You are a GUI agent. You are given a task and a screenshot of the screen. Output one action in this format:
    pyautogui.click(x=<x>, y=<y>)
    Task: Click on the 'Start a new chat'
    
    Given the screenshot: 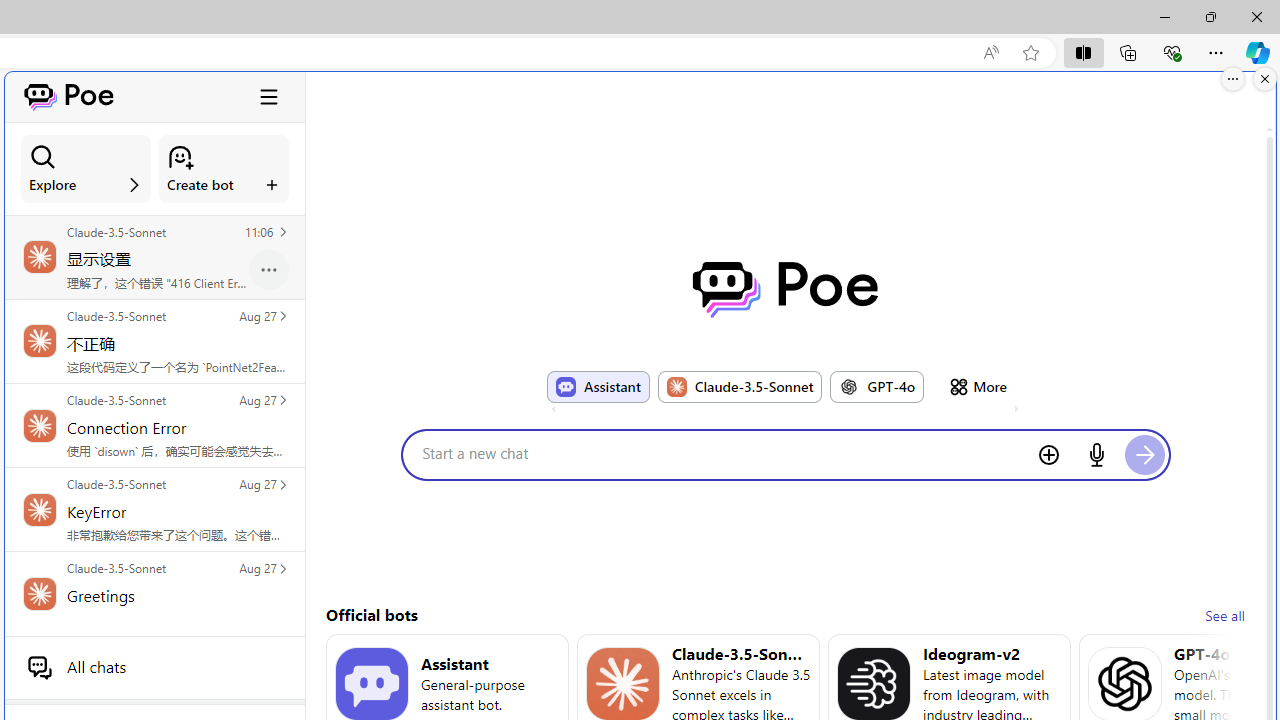 What is the action you would take?
    pyautogui.click(x=720, y=453)
    